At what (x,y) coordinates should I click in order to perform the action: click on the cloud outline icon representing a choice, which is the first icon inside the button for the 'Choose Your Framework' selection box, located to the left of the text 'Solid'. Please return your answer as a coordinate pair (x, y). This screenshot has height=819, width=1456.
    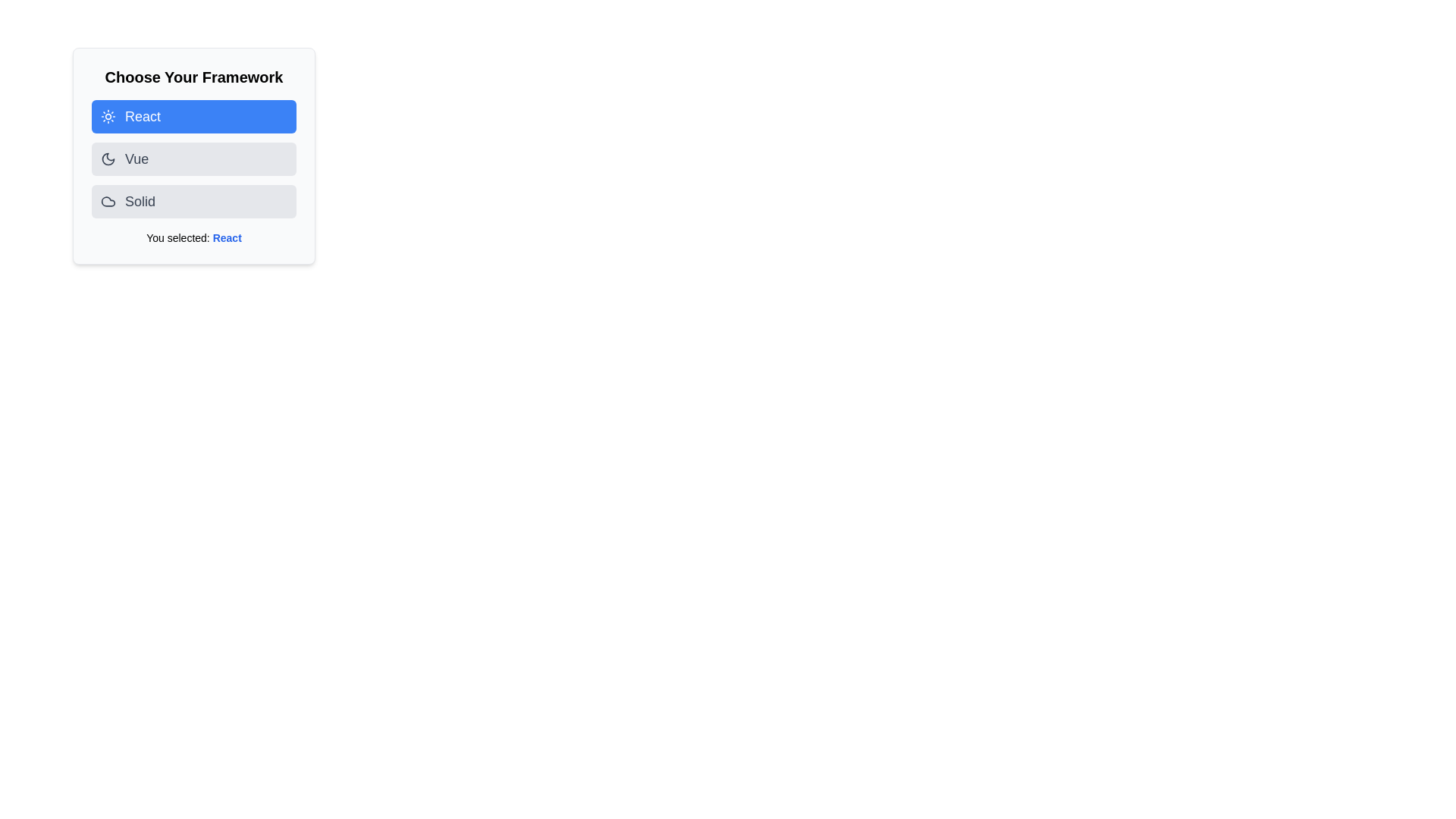
    Looking at the image, I should click on (108, 201).